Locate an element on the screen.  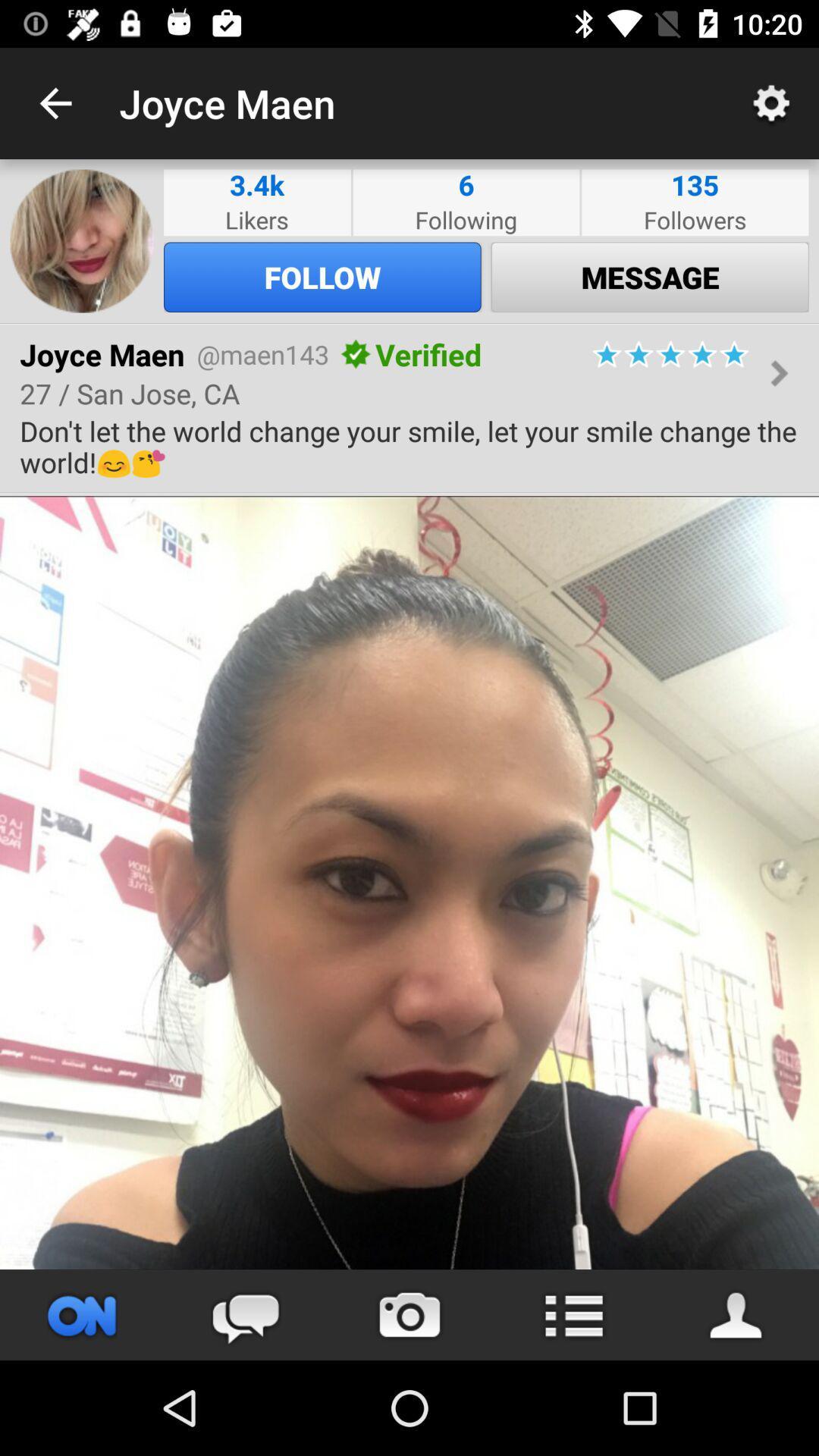
profile is located at coordinates (82, 1314).